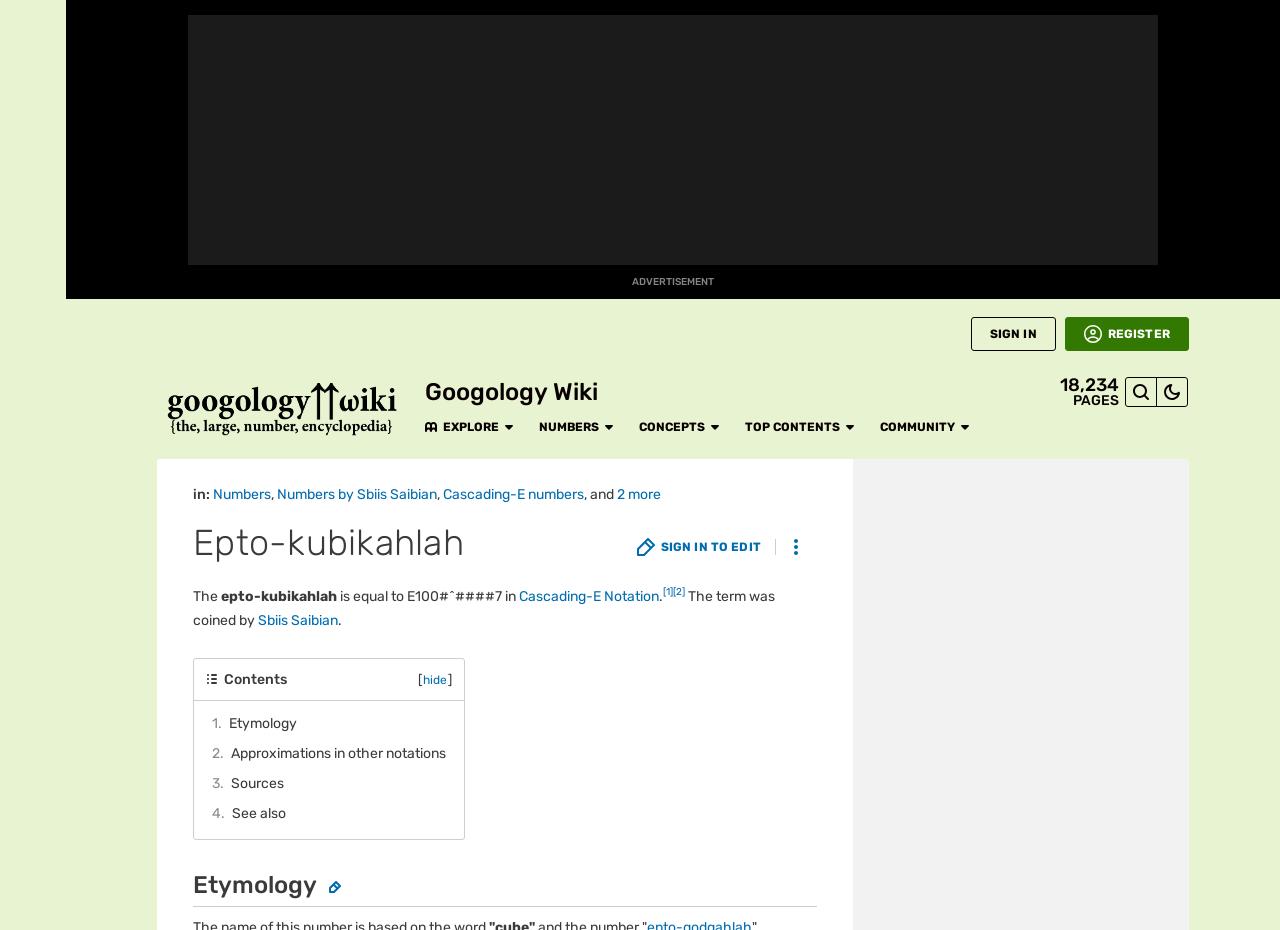 This screenshot has height=930, width=1280. Describe the element at coordinates (647, 136) in the screenshot. I see `'Extended Cascading-E'` at that location.